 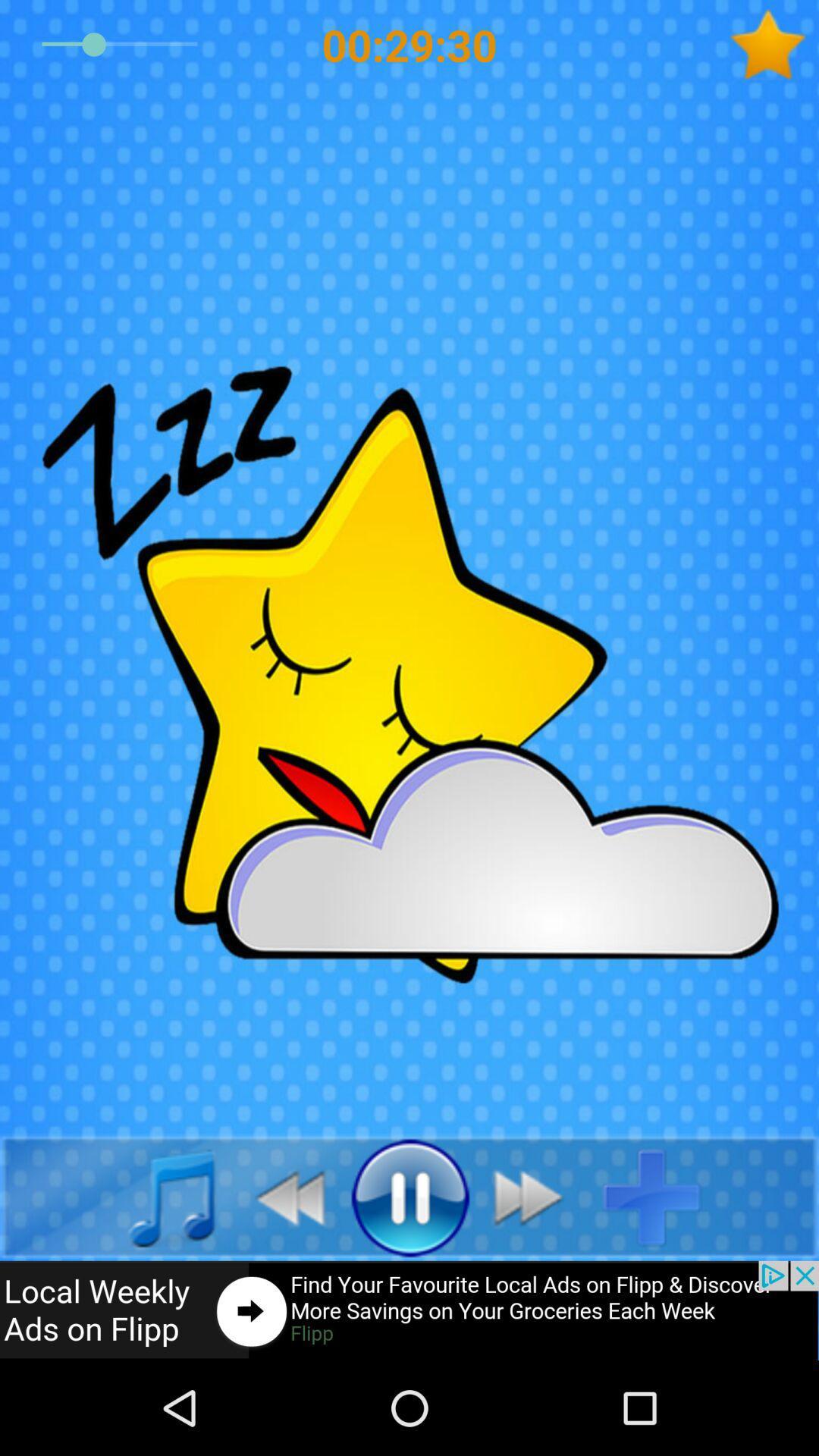 I want to click on favourite option, so click(x=773, y=45).